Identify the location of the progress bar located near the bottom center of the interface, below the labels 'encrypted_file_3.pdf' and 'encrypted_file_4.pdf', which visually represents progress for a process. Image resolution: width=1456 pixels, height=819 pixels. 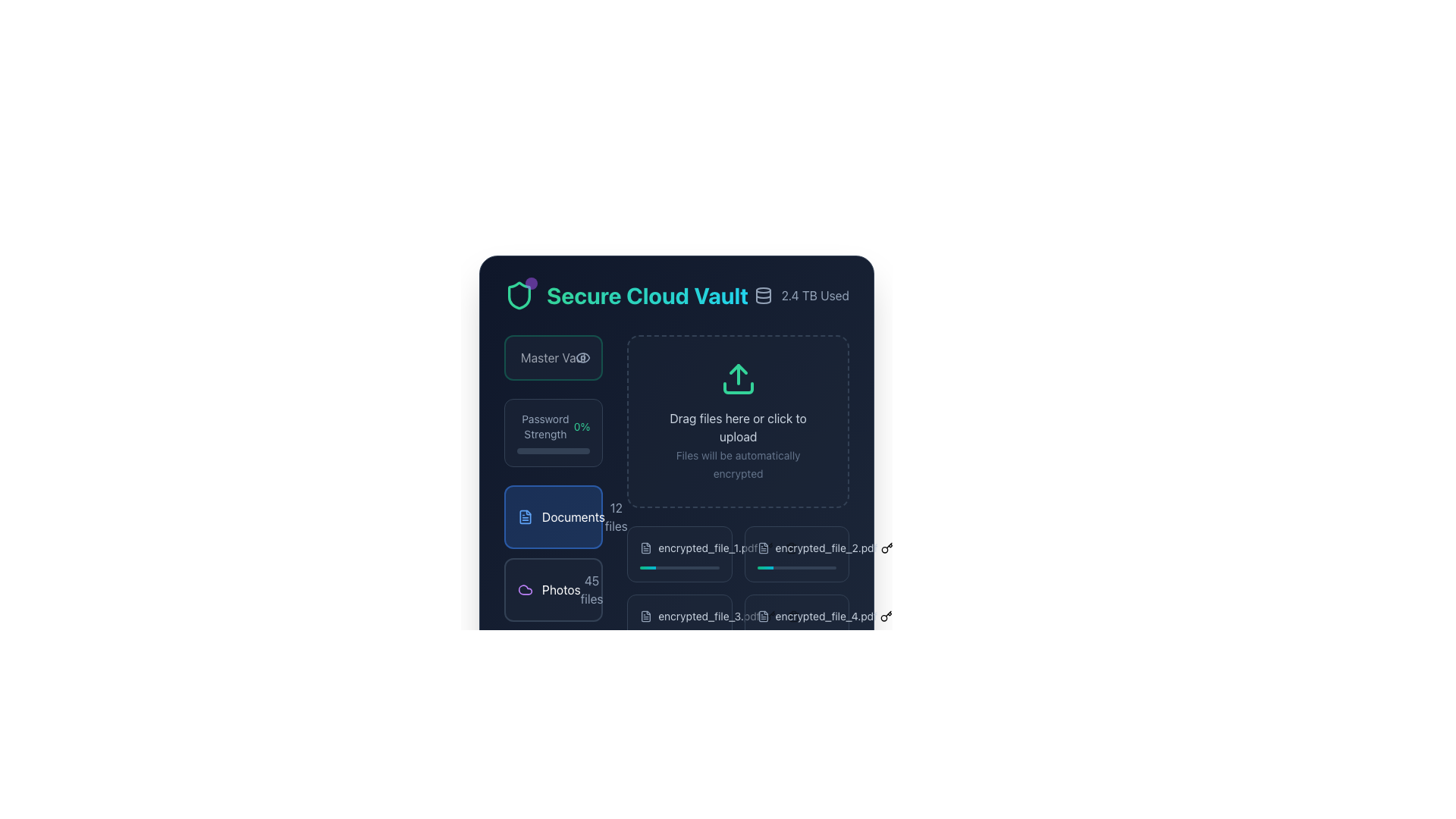
(789, 636).